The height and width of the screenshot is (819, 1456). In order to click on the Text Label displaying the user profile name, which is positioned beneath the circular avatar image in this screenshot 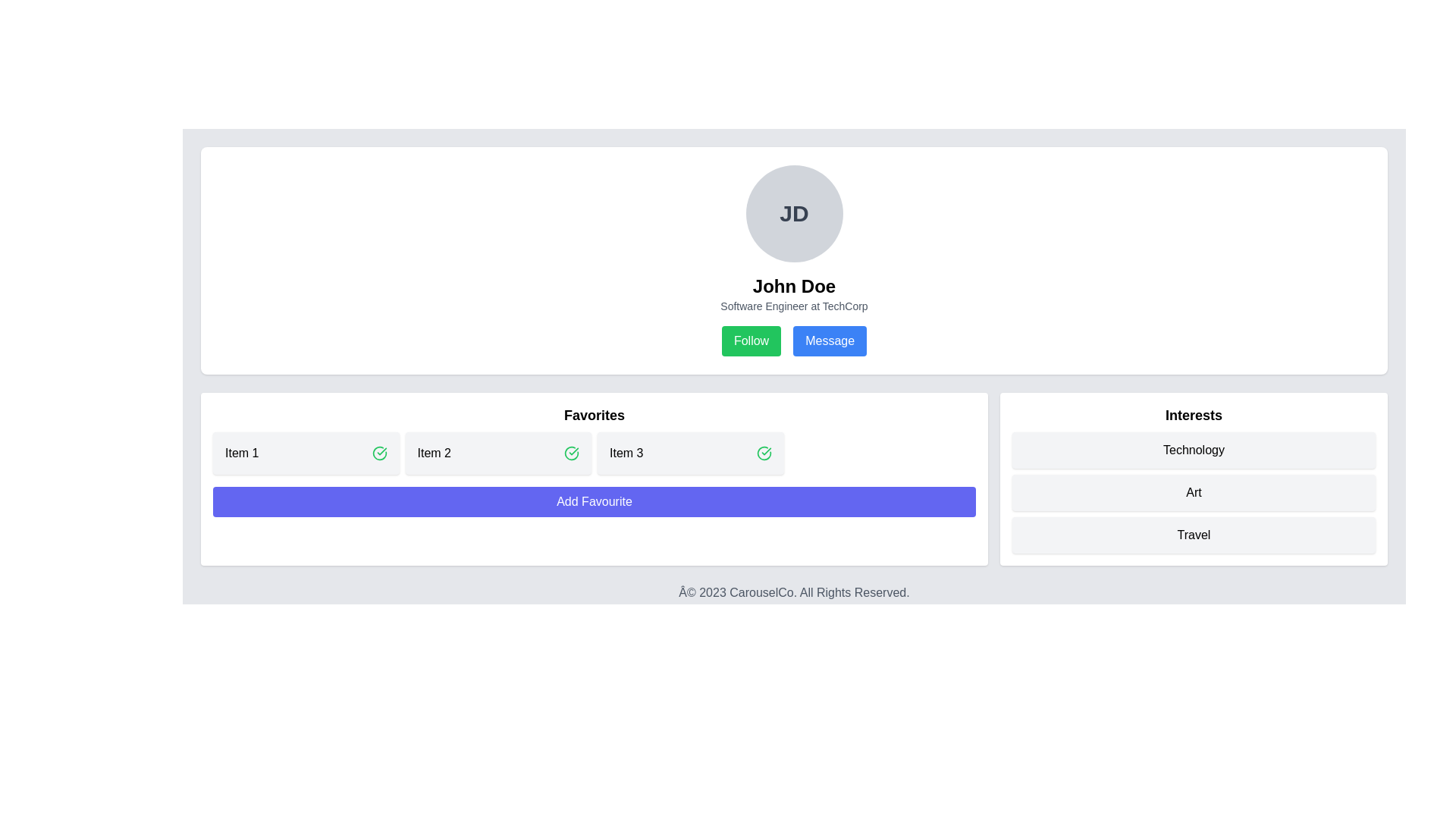, I will do `click(793, 287)`.